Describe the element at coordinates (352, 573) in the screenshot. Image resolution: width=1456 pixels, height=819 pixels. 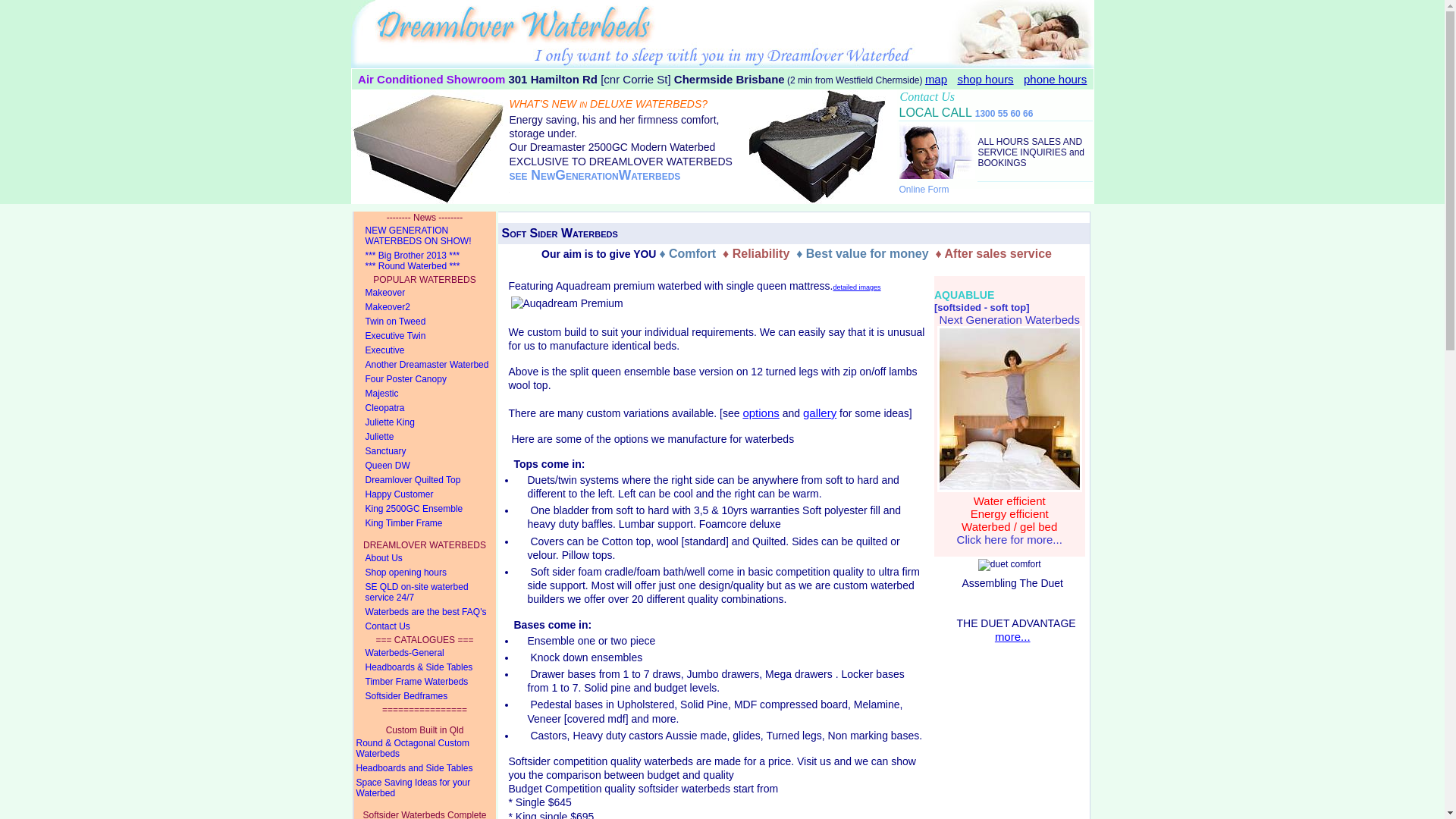
I see `'Shop opening hours'` at that location.